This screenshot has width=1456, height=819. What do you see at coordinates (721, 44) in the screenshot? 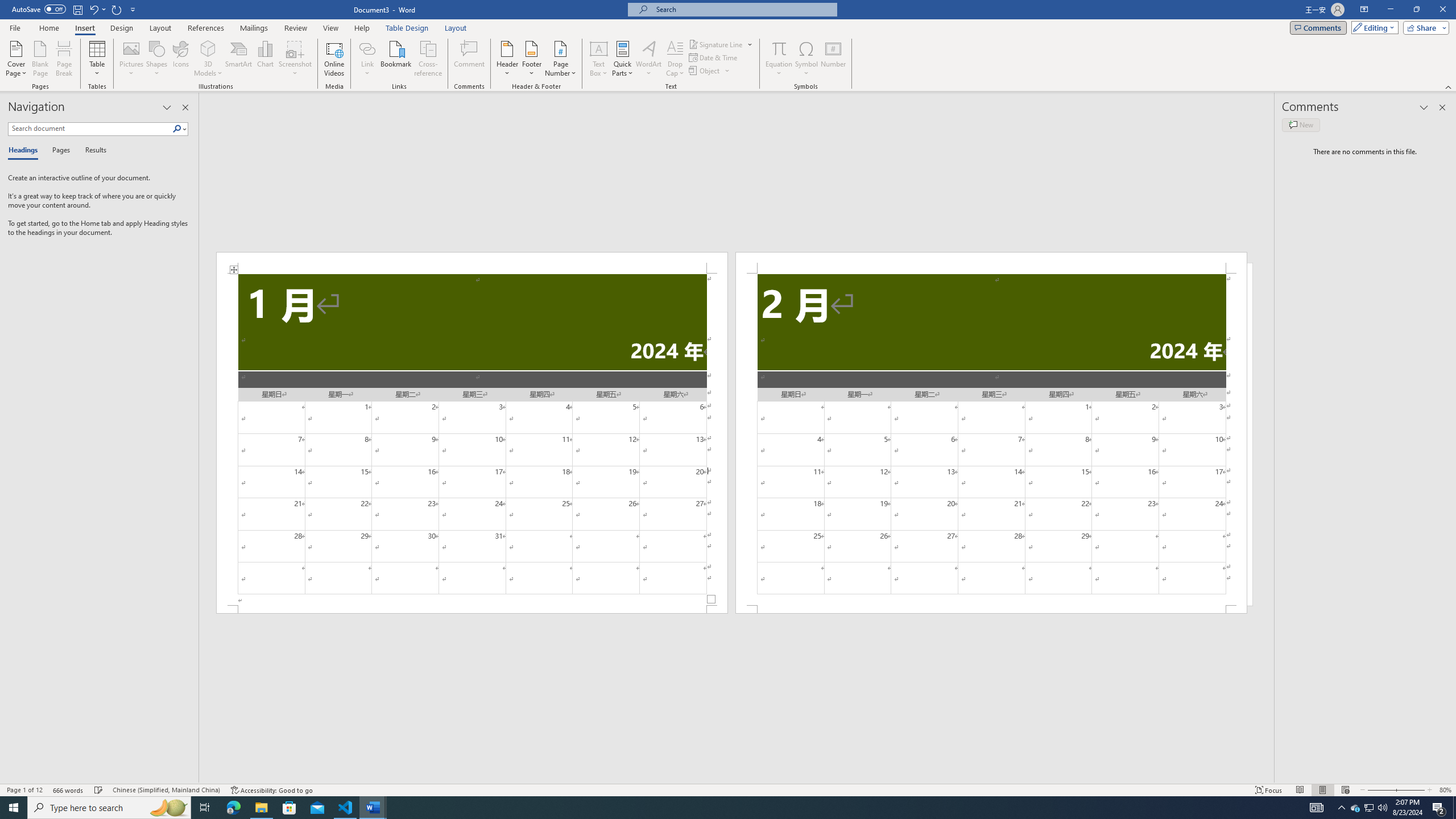
I see `'Signature Line'` at bounding box center [721, 44].